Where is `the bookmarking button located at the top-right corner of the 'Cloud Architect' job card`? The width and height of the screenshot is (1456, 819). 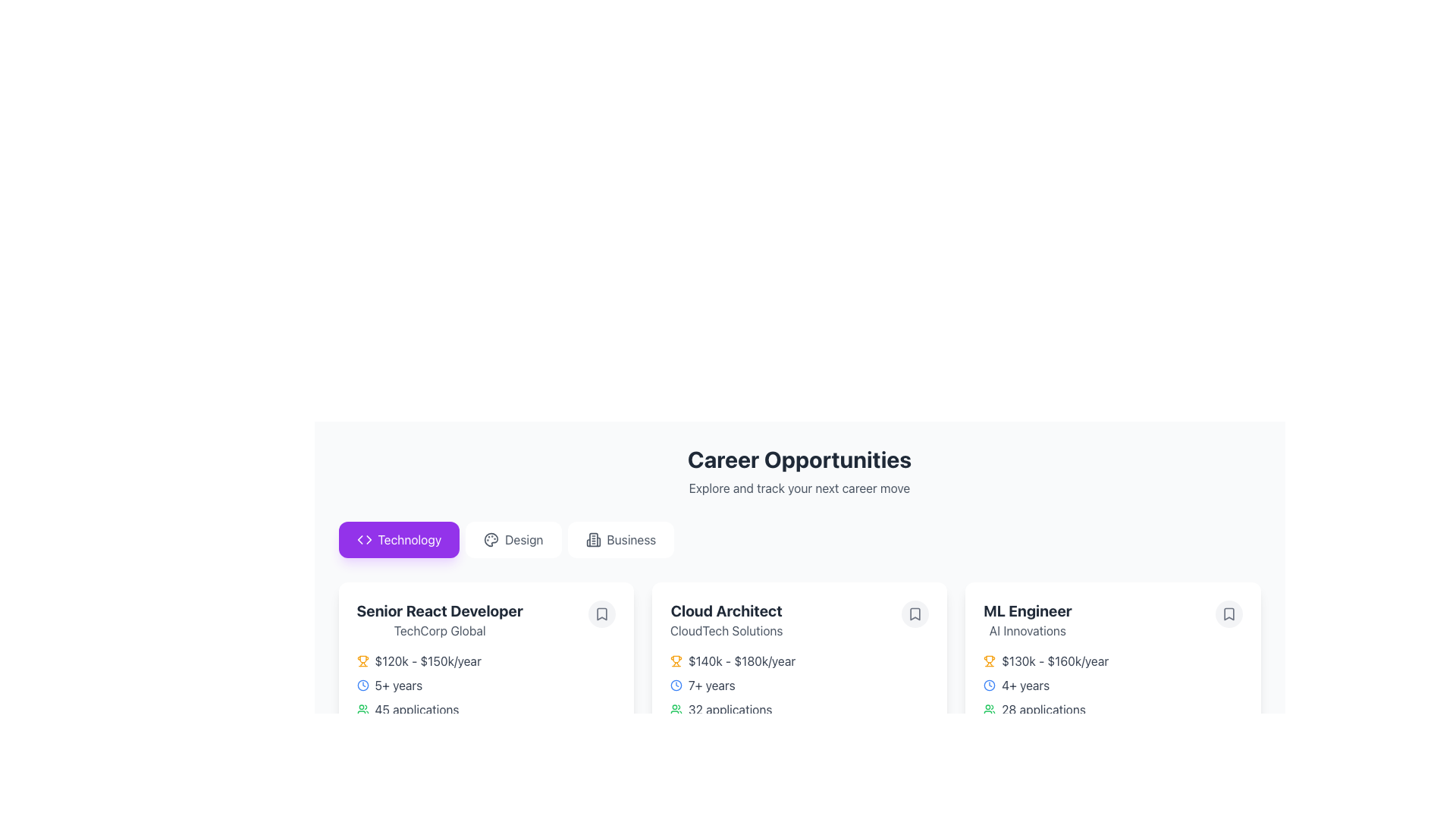 the bookmarking button located at the top-right corner of the 'Cloud Architect' job card is located at coordinates (915, 614).